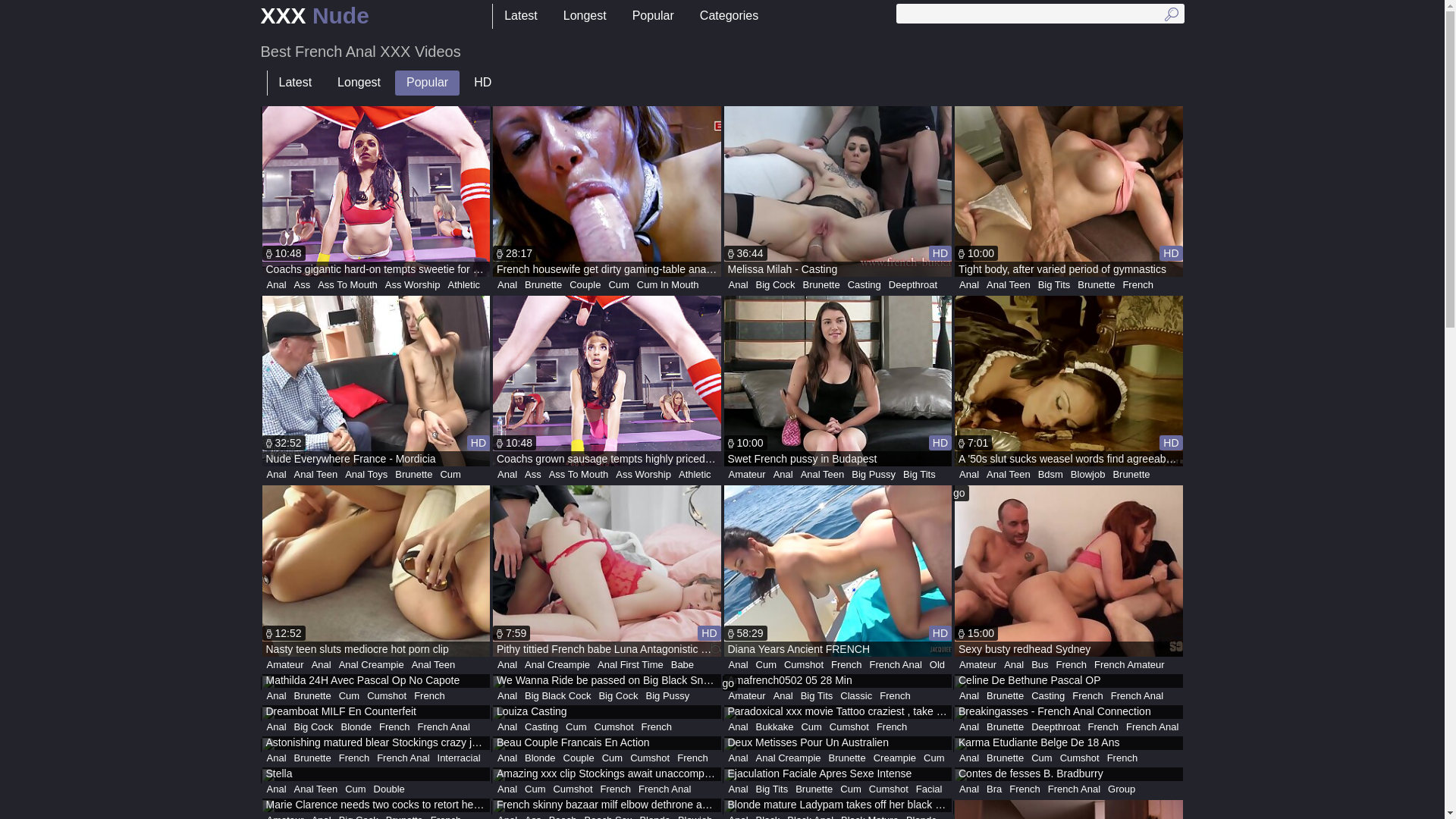  I want to click on 'Melissa Milah - Casting, so click(836, 190).